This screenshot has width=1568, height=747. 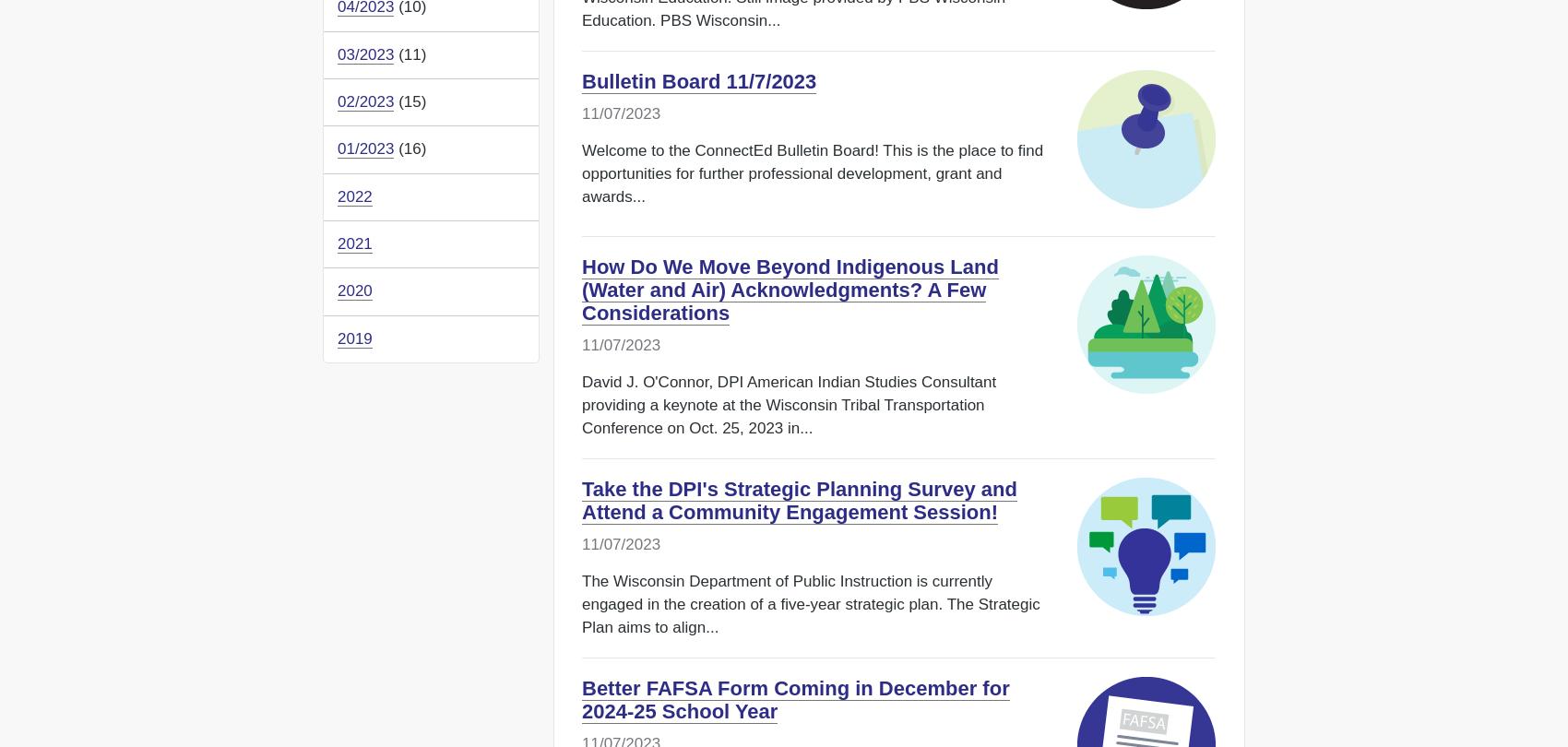 I want to click on '(15)', so click(x=410, y=101).